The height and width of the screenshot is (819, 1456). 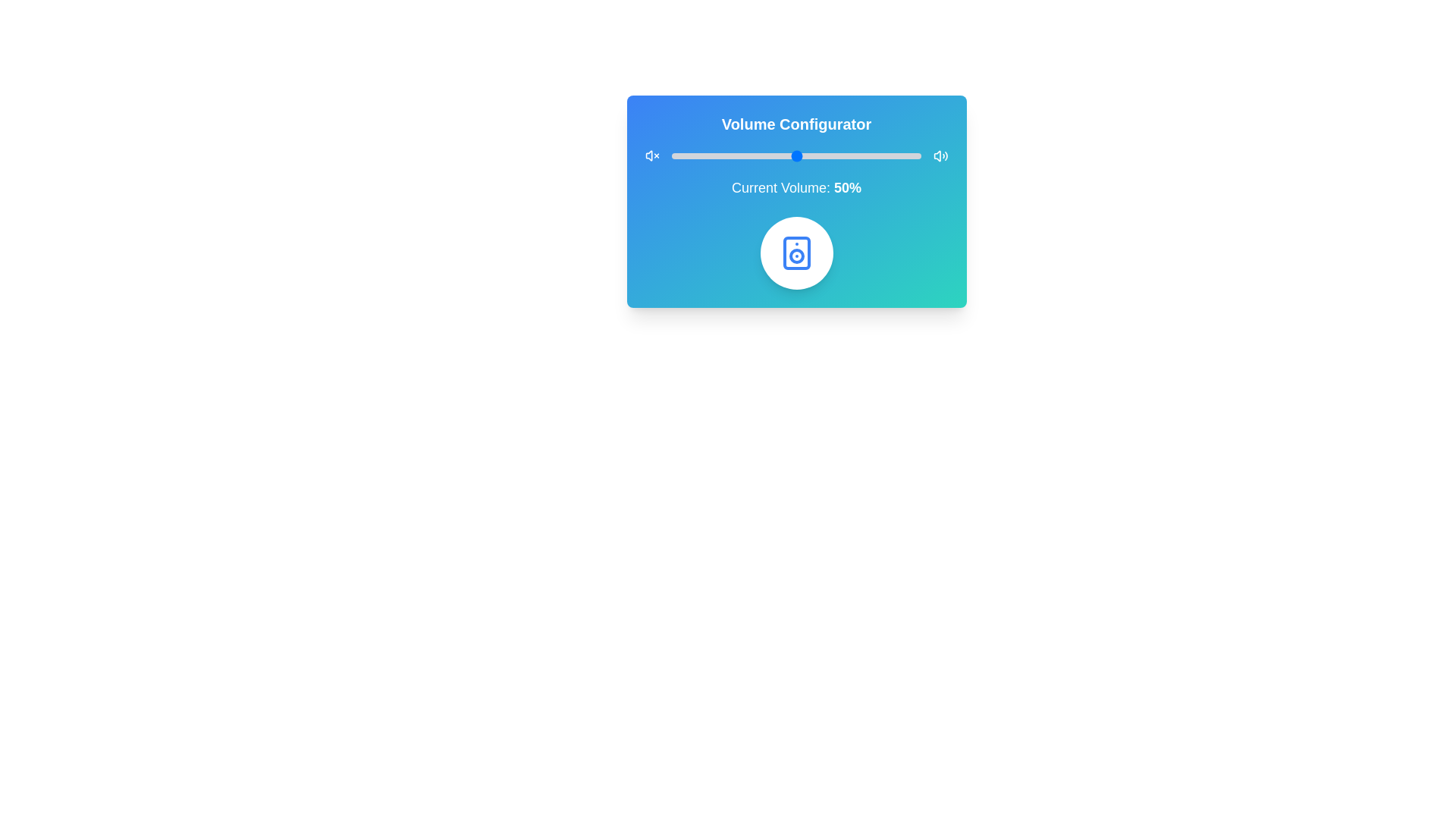 What do you see at coordinates (681, 155) in the screenshot?
I see `the volume slider to set the volume to 4%` at bounding box center [681, 155].